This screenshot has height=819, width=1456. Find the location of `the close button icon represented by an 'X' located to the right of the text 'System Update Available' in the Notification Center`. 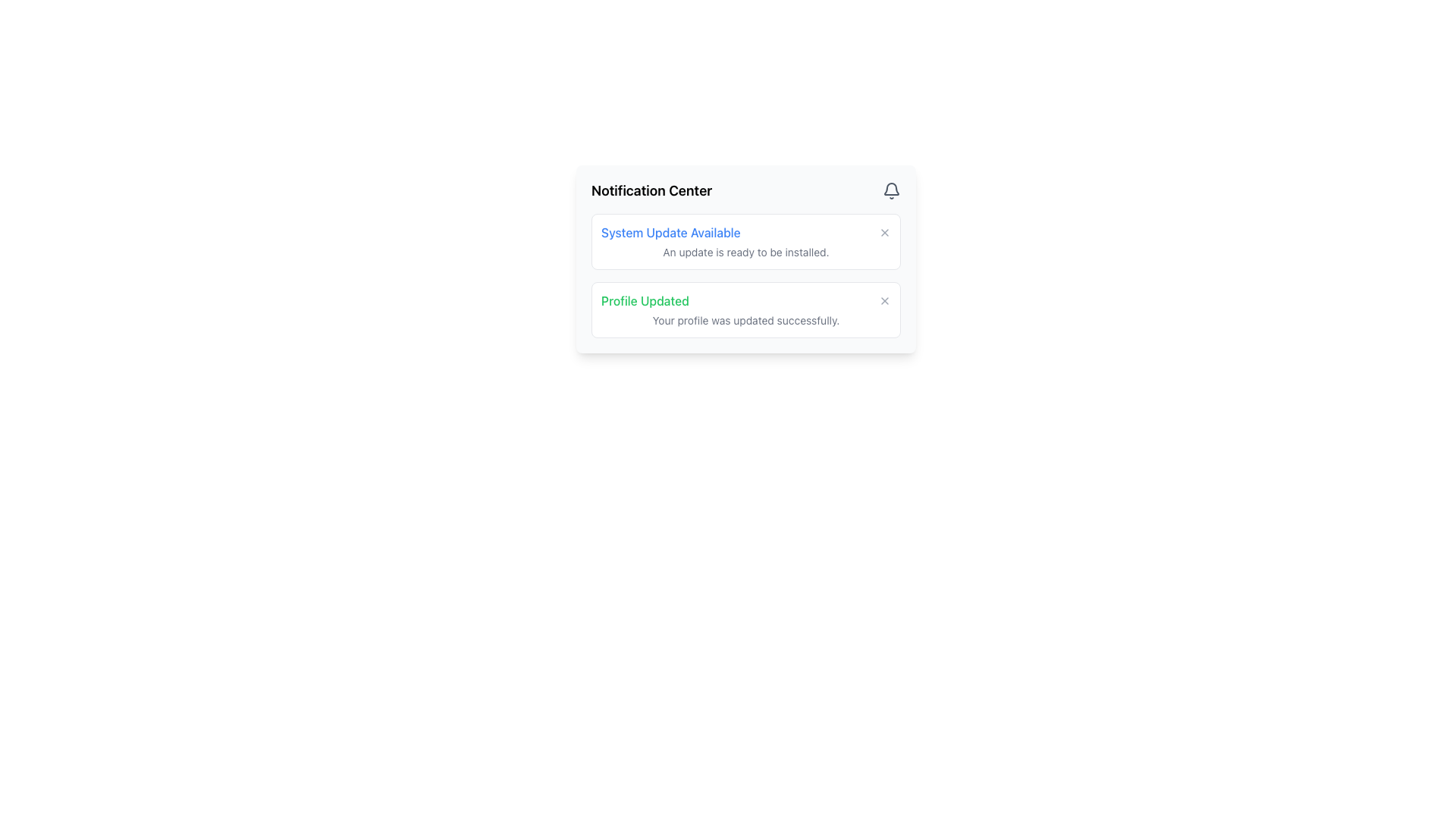

the close button icon represented by an 'X' located to the right of the text 'System Update Available' in the Notification Center is located at coordinates (884, 233).